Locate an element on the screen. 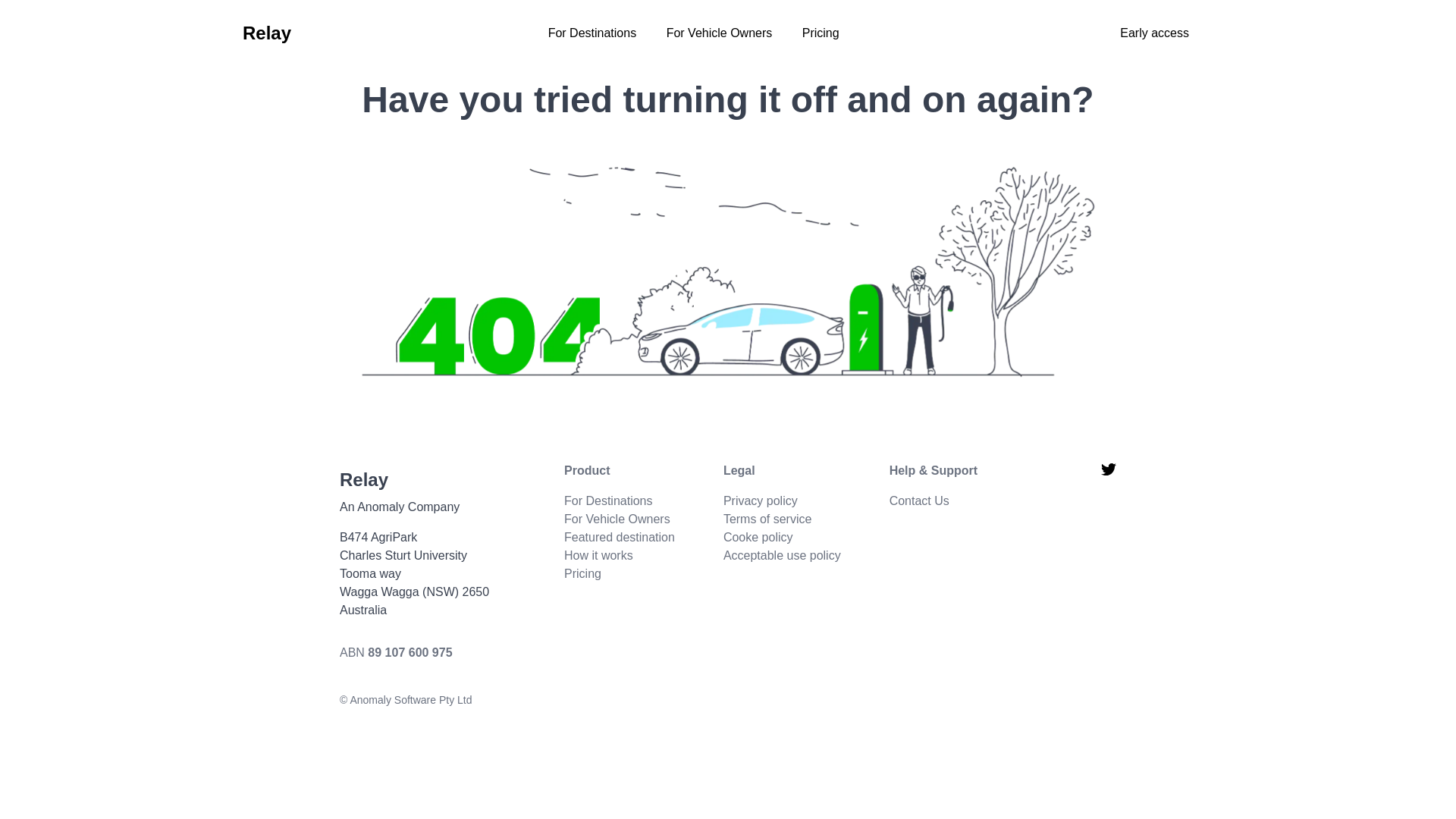  '89 107 600 975' is located at coordinates (409, 651).